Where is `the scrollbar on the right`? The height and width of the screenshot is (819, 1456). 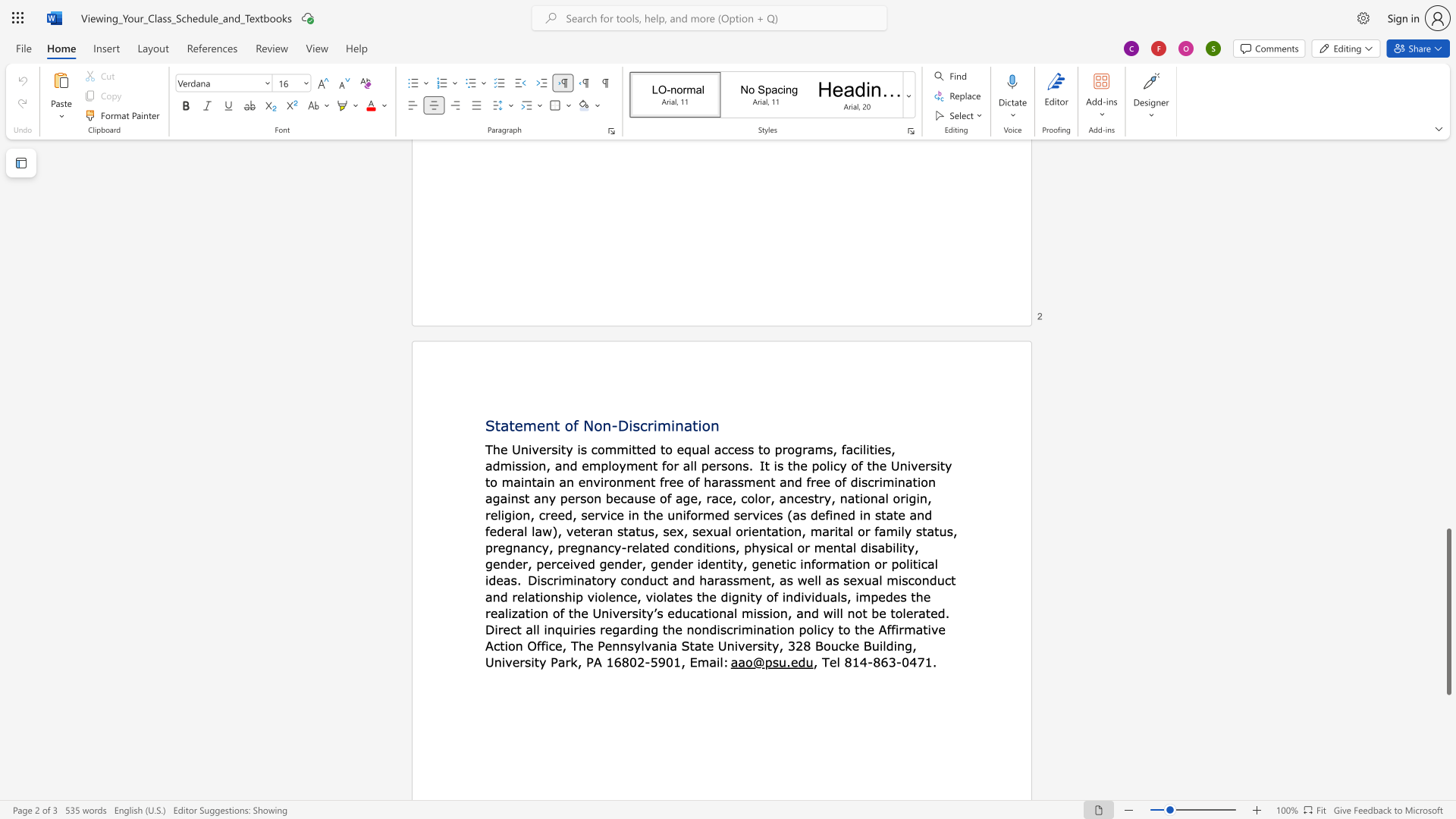 the scrollbar on the right is located at coordinates (1448, 303).